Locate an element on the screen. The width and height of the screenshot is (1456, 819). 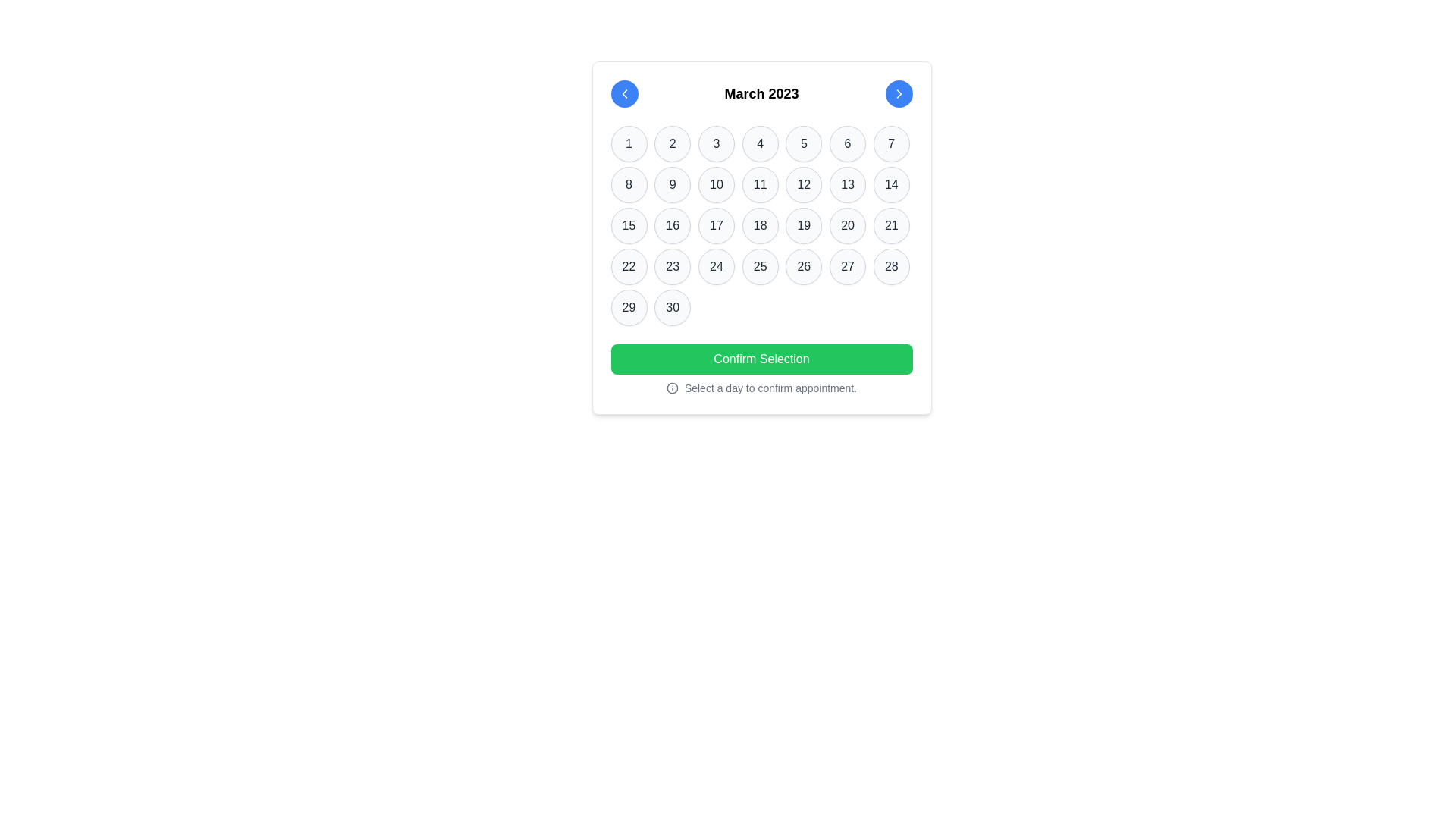
the circular blue button with a white leftward chevron icon located to the left of the title 'March 2023' is located at coordinates (624, 93).